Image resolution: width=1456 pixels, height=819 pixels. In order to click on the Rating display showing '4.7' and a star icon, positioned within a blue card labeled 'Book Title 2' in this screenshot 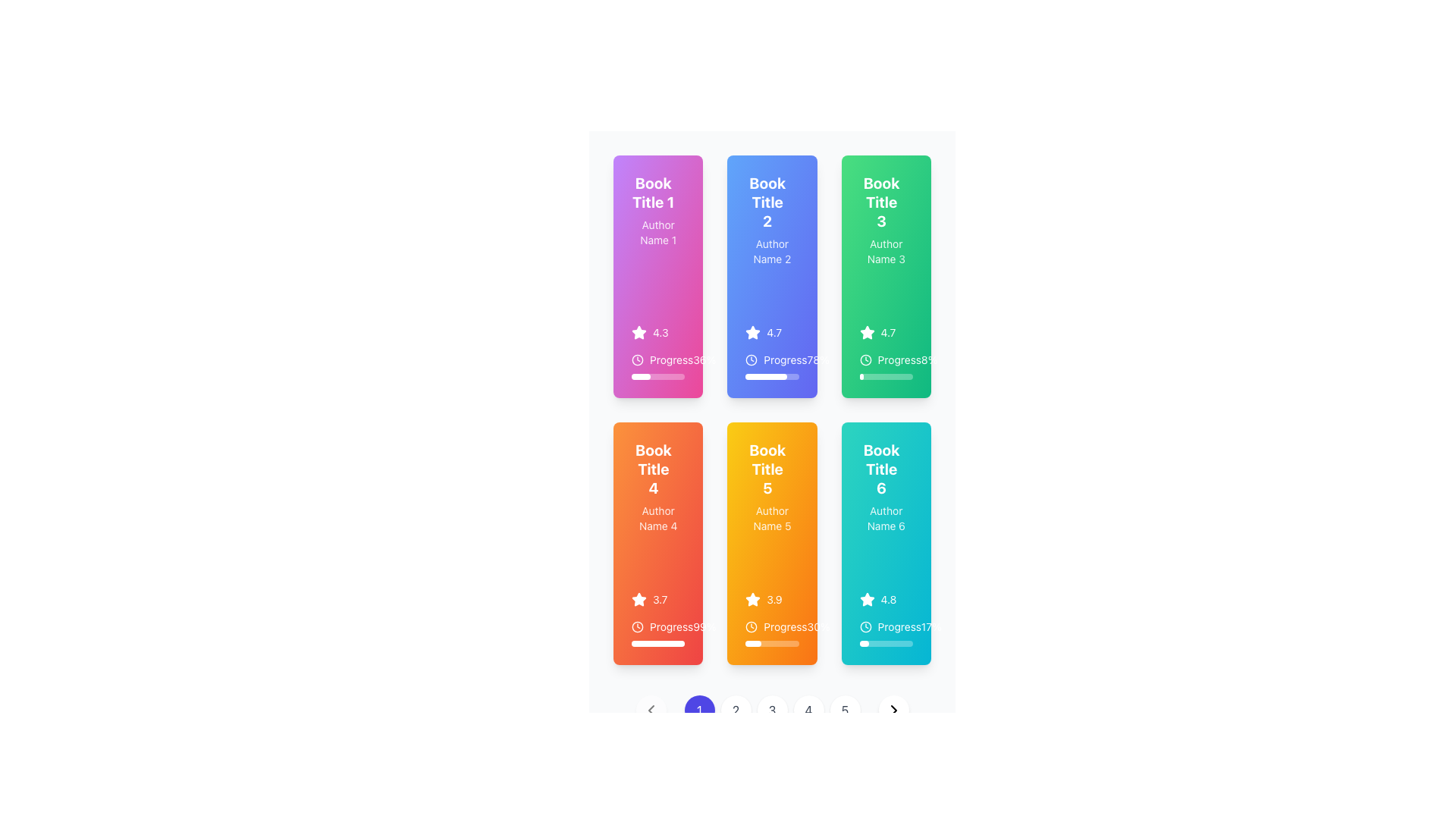, I will do `click(772, 332)`.